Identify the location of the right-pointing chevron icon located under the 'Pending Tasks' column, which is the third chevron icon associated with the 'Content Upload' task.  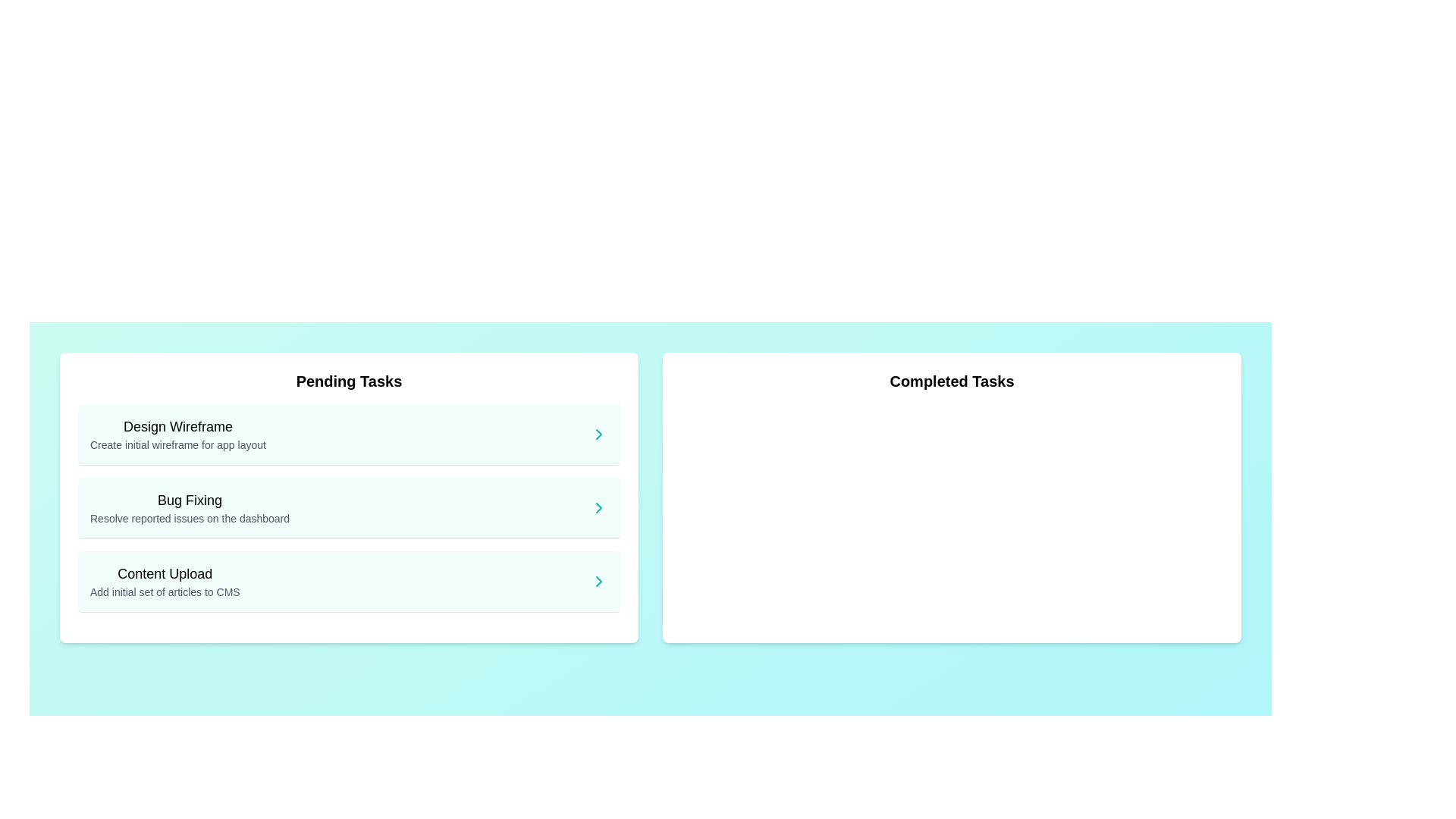
(598, 581).